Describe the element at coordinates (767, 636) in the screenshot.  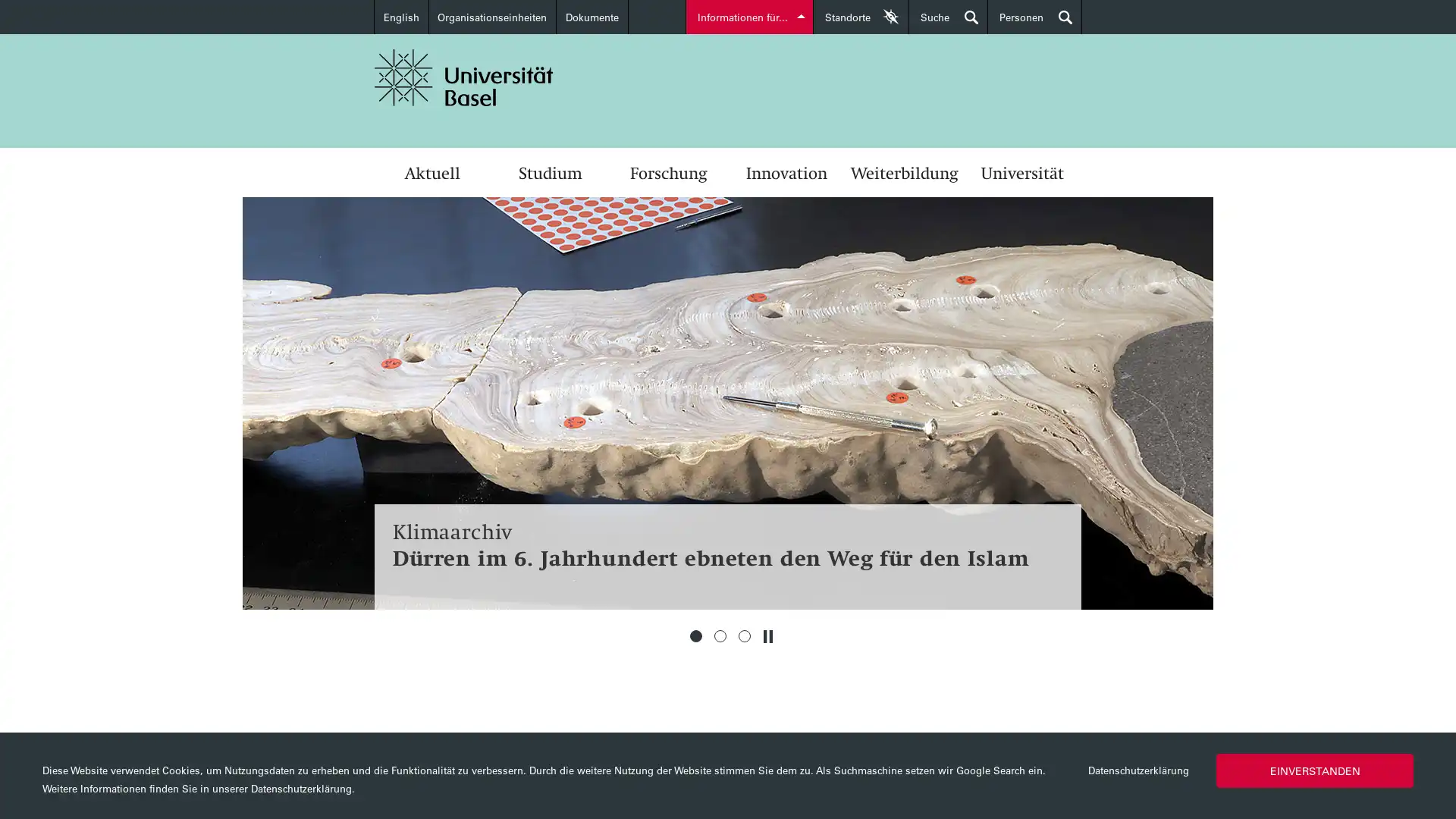
I see `Stoppen` at that location.